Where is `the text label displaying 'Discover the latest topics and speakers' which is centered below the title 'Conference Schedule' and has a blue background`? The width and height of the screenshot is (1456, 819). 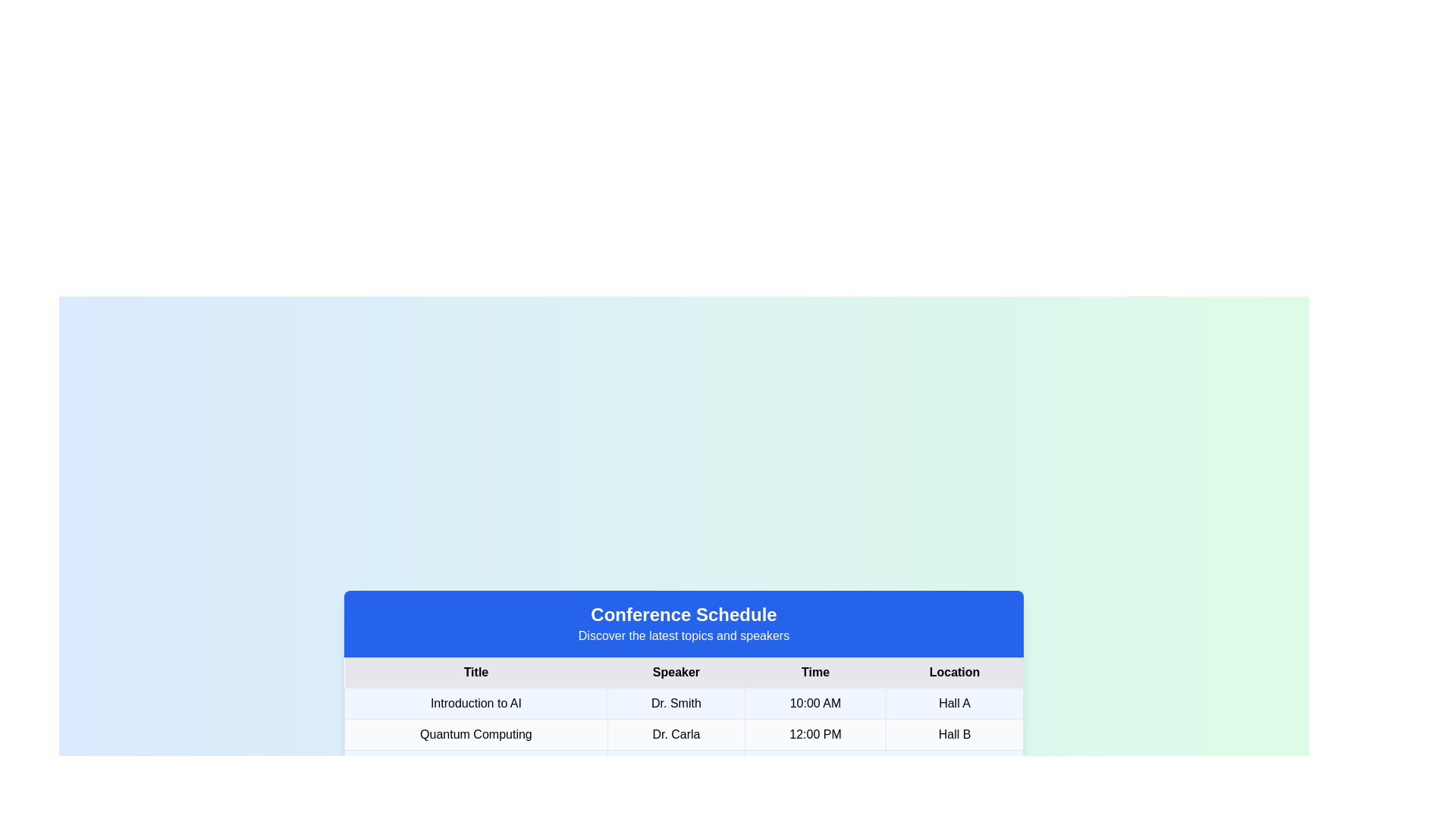 the text label displaying 'Discover the latest topics and speakers' which is centered below the title 'Conference Schedule' and has a blue background is located at coordinates (683, 636).